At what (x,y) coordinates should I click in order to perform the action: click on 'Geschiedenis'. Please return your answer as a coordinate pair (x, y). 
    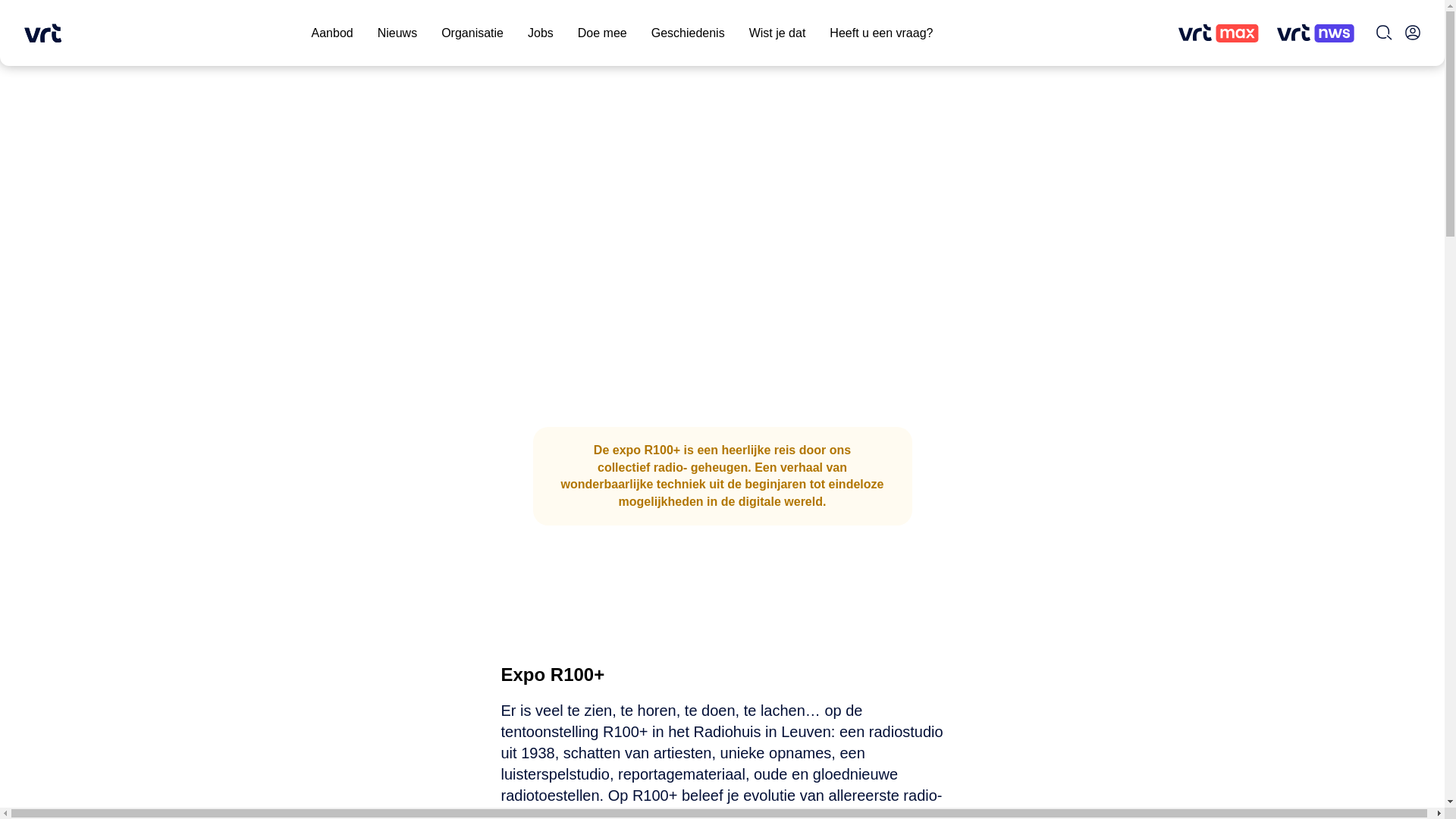
    Looking at the image, I should click on (651, 33).